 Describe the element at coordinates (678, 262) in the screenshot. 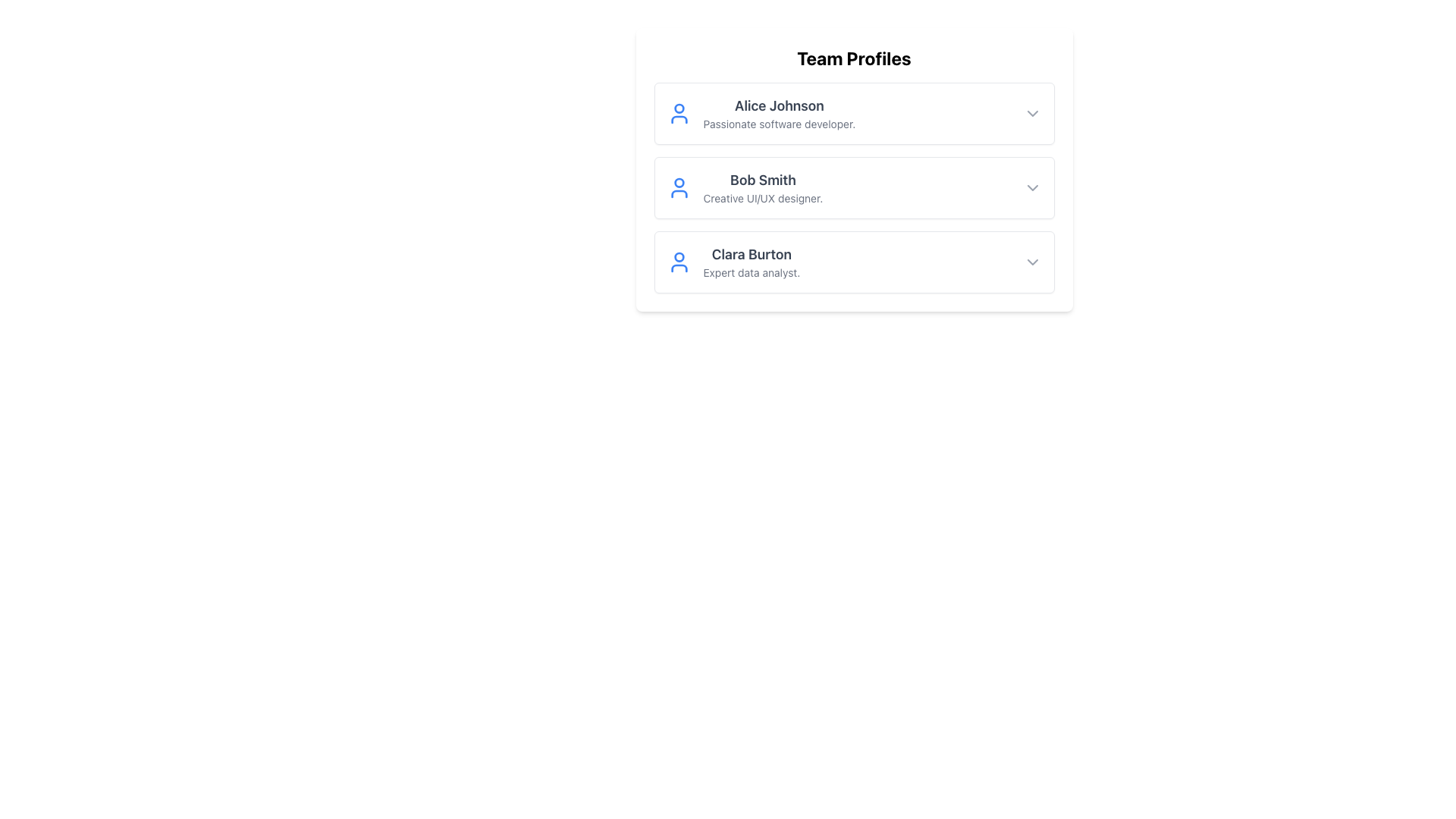

I see `the user profile icon, which is a simple outline with a circular head and torso, displayed in blue and located to the left of Clara Burton's name` at that location.